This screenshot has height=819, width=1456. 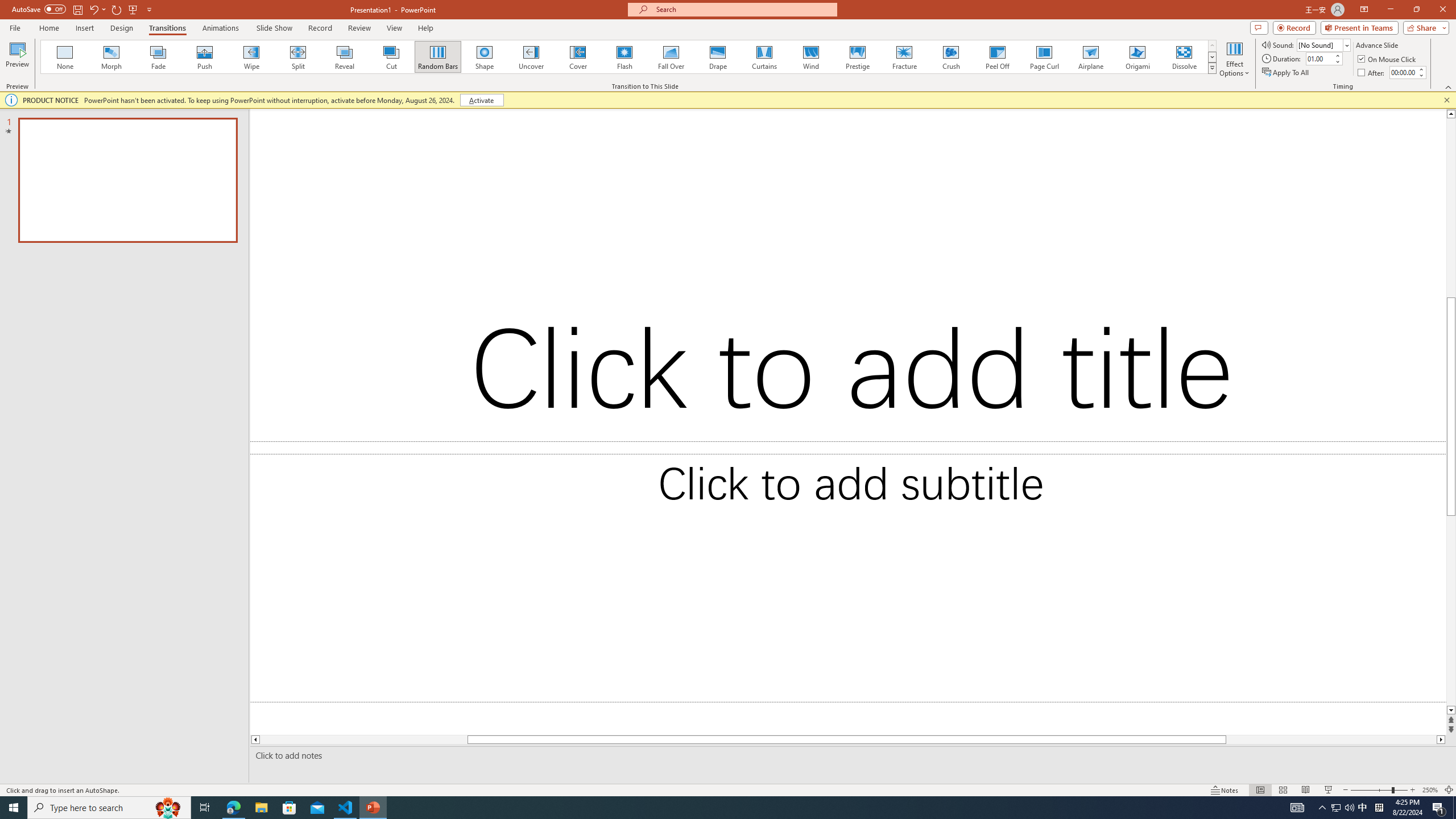 What do you see at coordinates (1430, 790) in the screenshot?
I see `'Zoom 250%'` at bounding box center [1430, 790].